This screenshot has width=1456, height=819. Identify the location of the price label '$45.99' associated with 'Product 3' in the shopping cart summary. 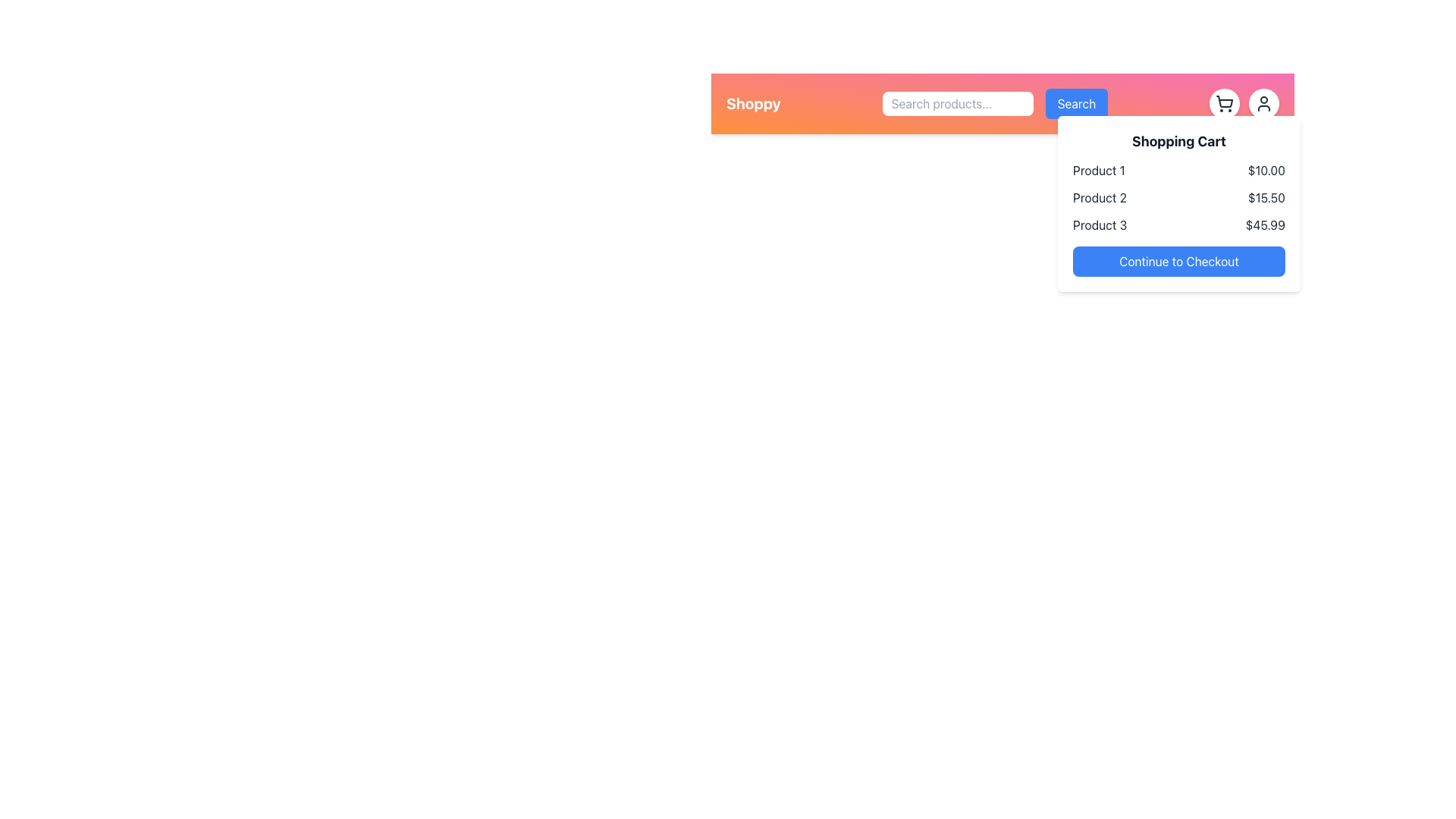
(1265, 225).